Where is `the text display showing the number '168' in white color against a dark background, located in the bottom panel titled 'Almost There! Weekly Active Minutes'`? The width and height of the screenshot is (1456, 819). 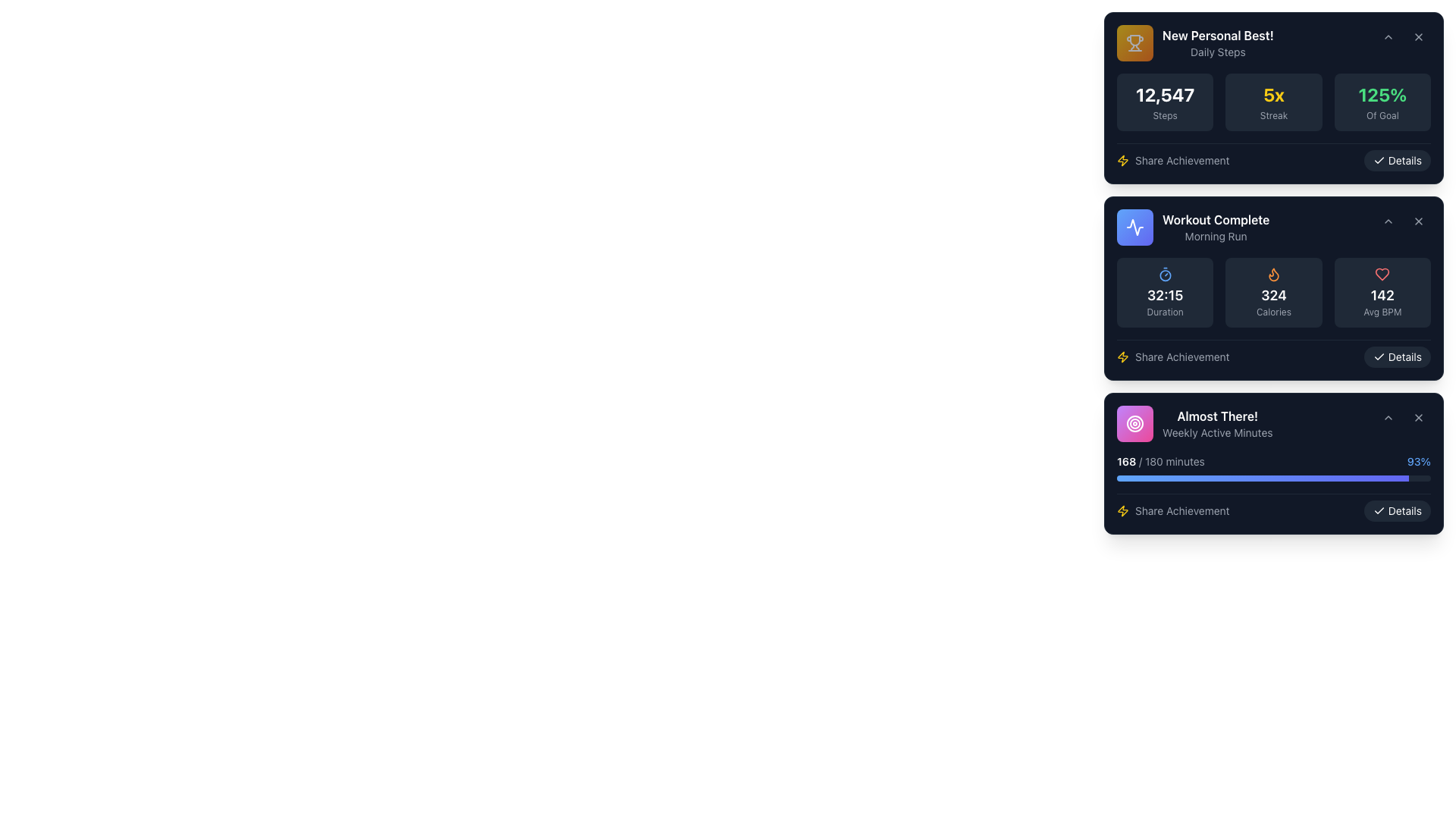
the text display showing the number '168' in white color against a dark background, located in the bottom panel titled 'Almost There! Weekly Active Minutes' is located at coordinates (1126, 460).